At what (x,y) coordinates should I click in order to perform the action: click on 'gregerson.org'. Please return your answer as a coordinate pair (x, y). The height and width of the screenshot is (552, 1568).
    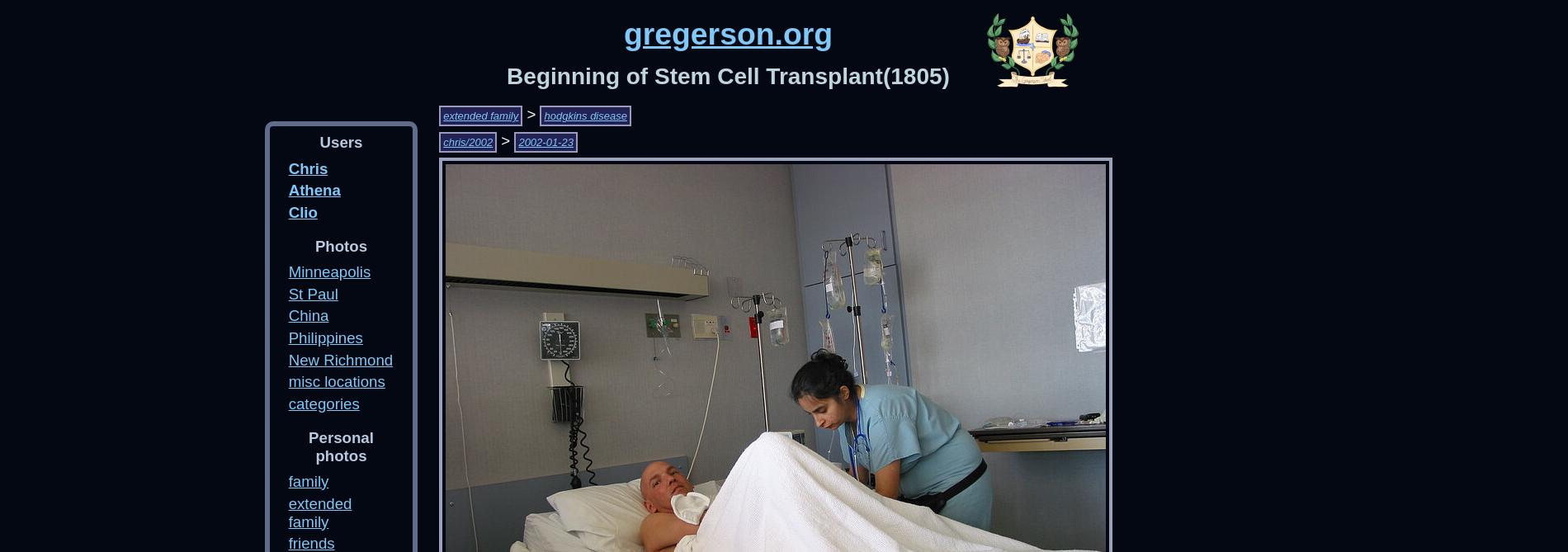
    Looking at the image, I should click on (622, 34).